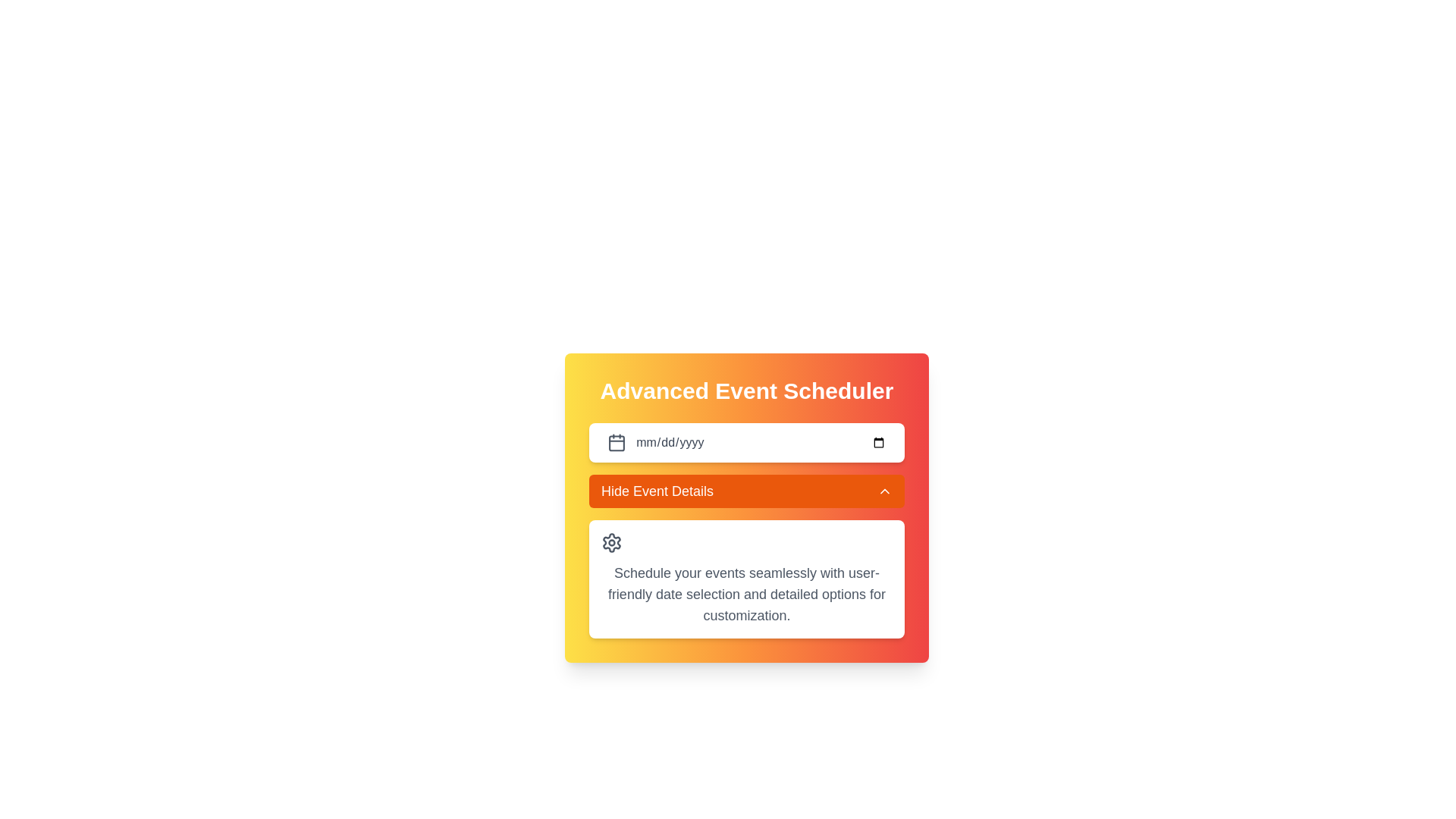  What do you see at coordinates (746, 491) in the screenshot?
I see `the button located directly underneath the date selection field` at bounding box center [746, 491].